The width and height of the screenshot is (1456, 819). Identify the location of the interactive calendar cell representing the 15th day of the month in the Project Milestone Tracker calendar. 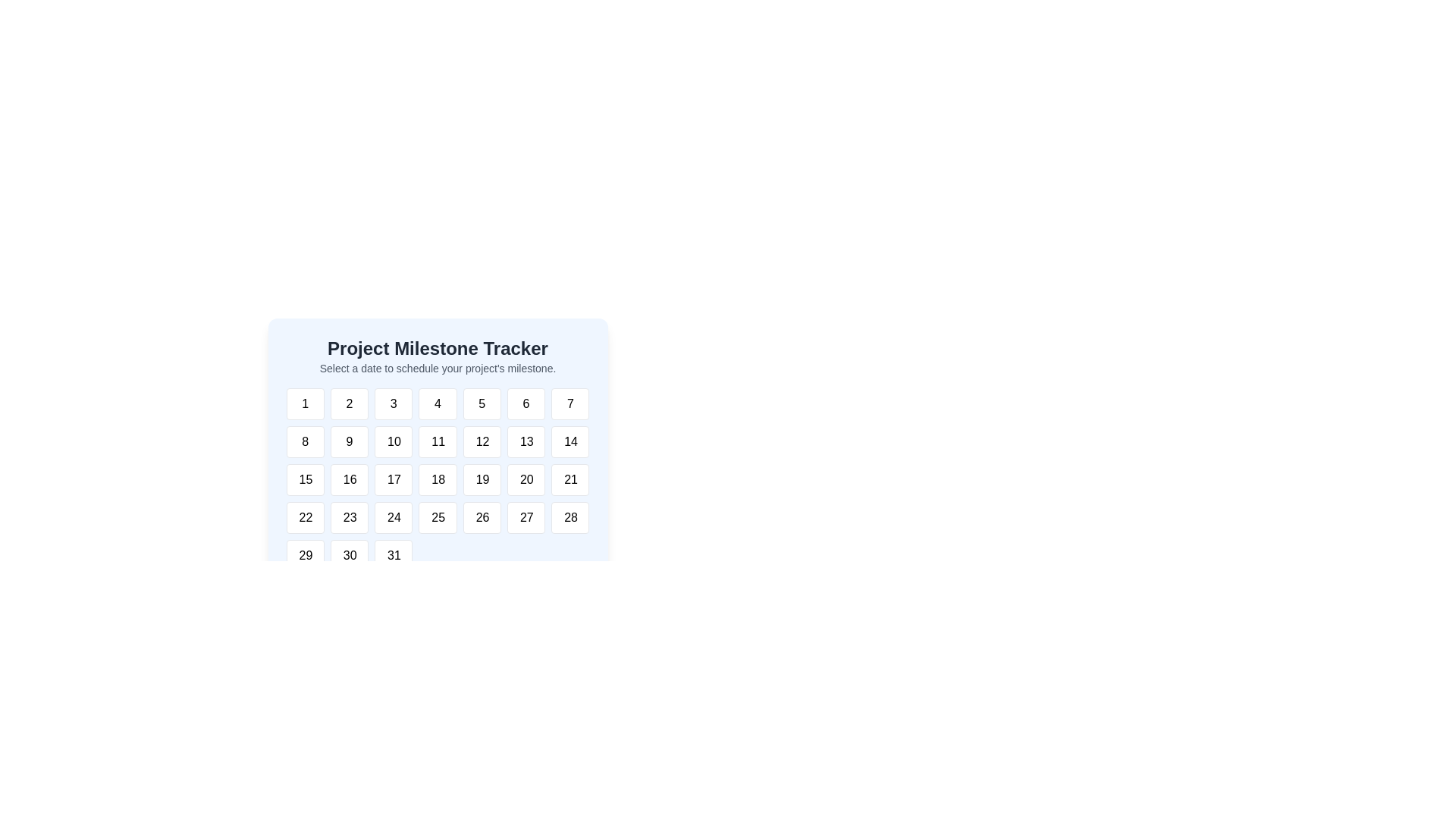
(304, 479).